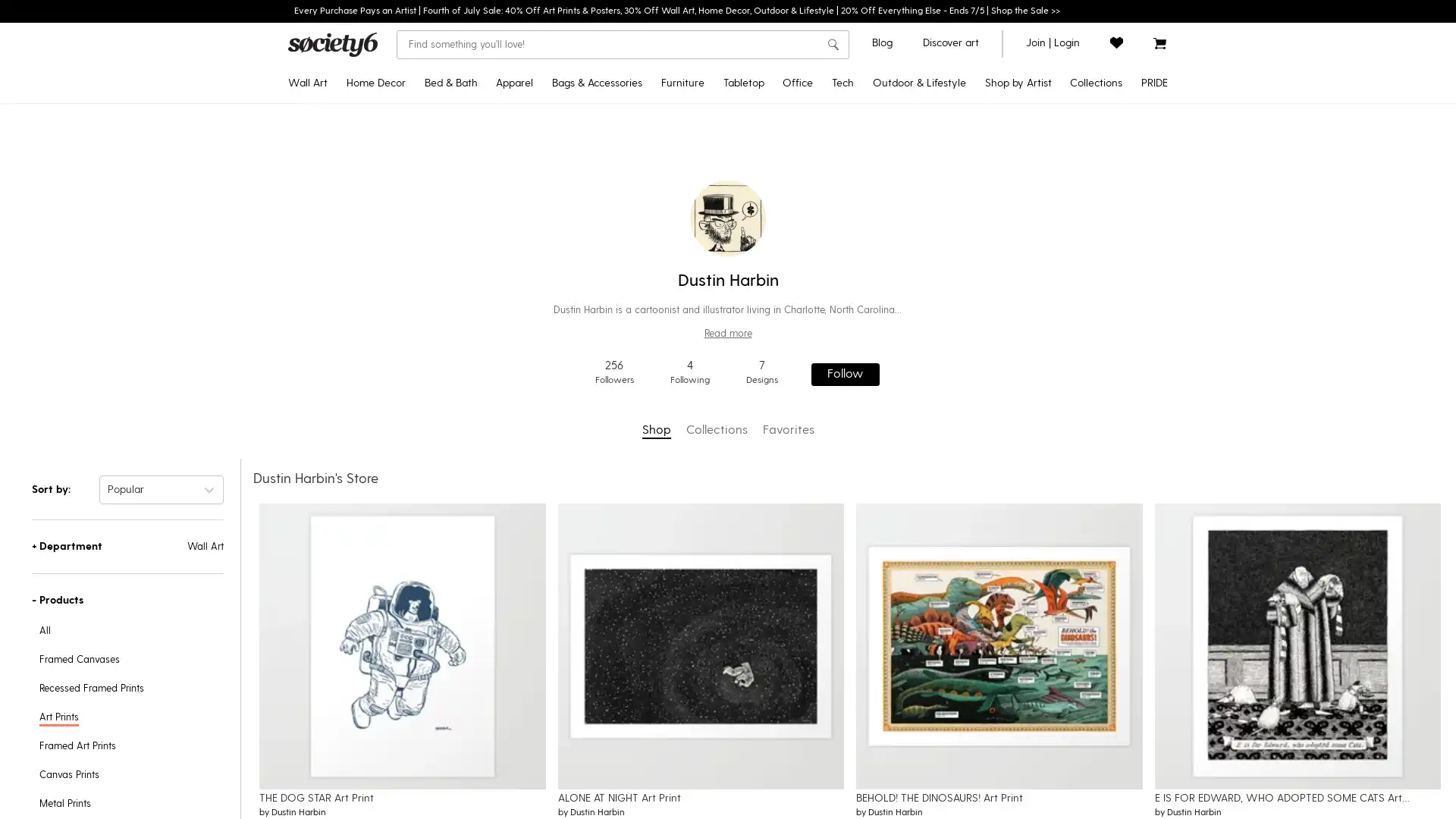 The image size is (1456, 819). Describe the element at coordinates (842, 83) in the screenshot. I see `Tech` at that location.